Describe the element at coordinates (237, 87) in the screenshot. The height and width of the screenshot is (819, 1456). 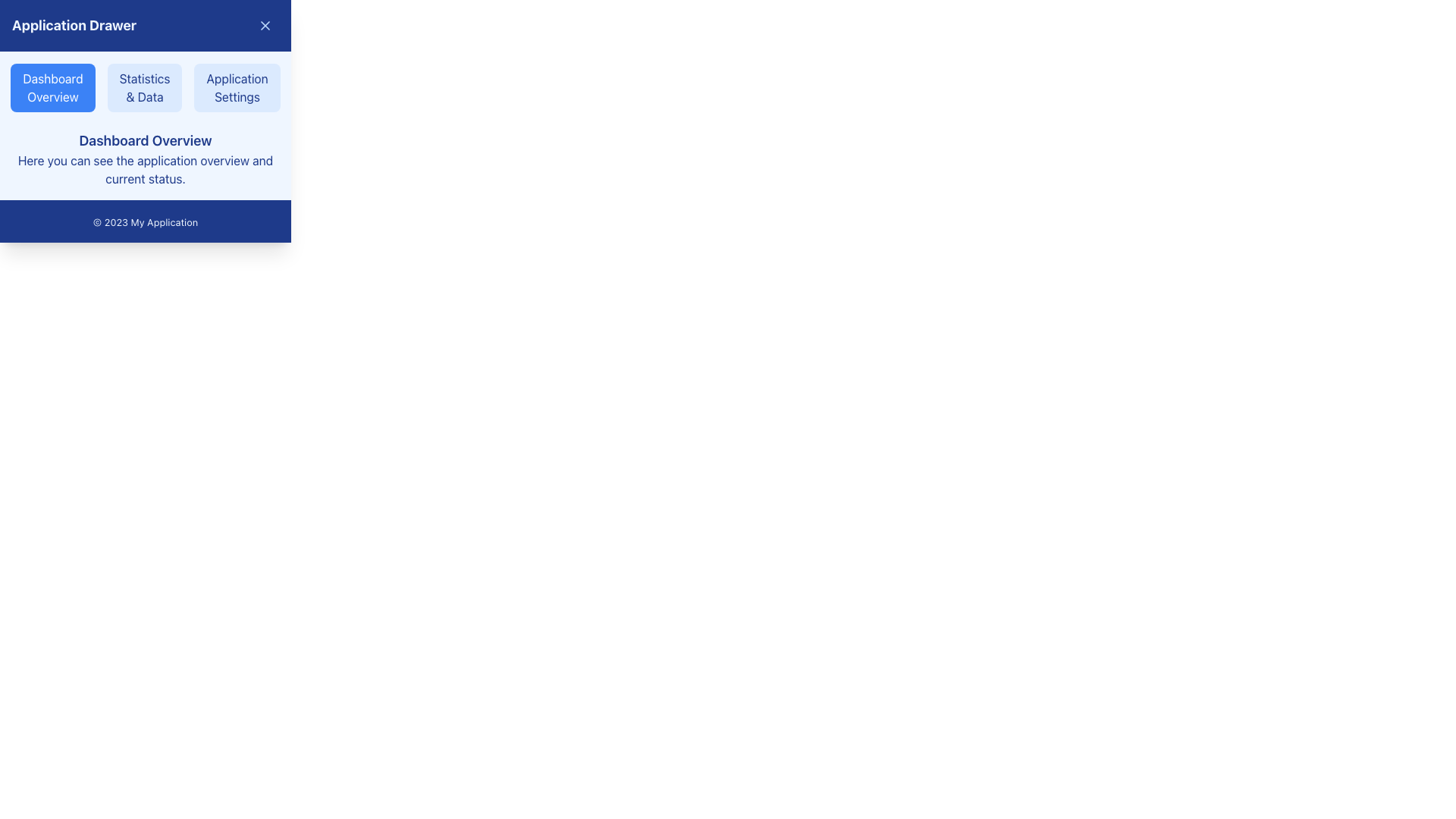
I see `the 'Application Settings' button, which is a rectangular button with rounded corners and labeled in blue text on a light blue background, to trigger hover effects` at that location.